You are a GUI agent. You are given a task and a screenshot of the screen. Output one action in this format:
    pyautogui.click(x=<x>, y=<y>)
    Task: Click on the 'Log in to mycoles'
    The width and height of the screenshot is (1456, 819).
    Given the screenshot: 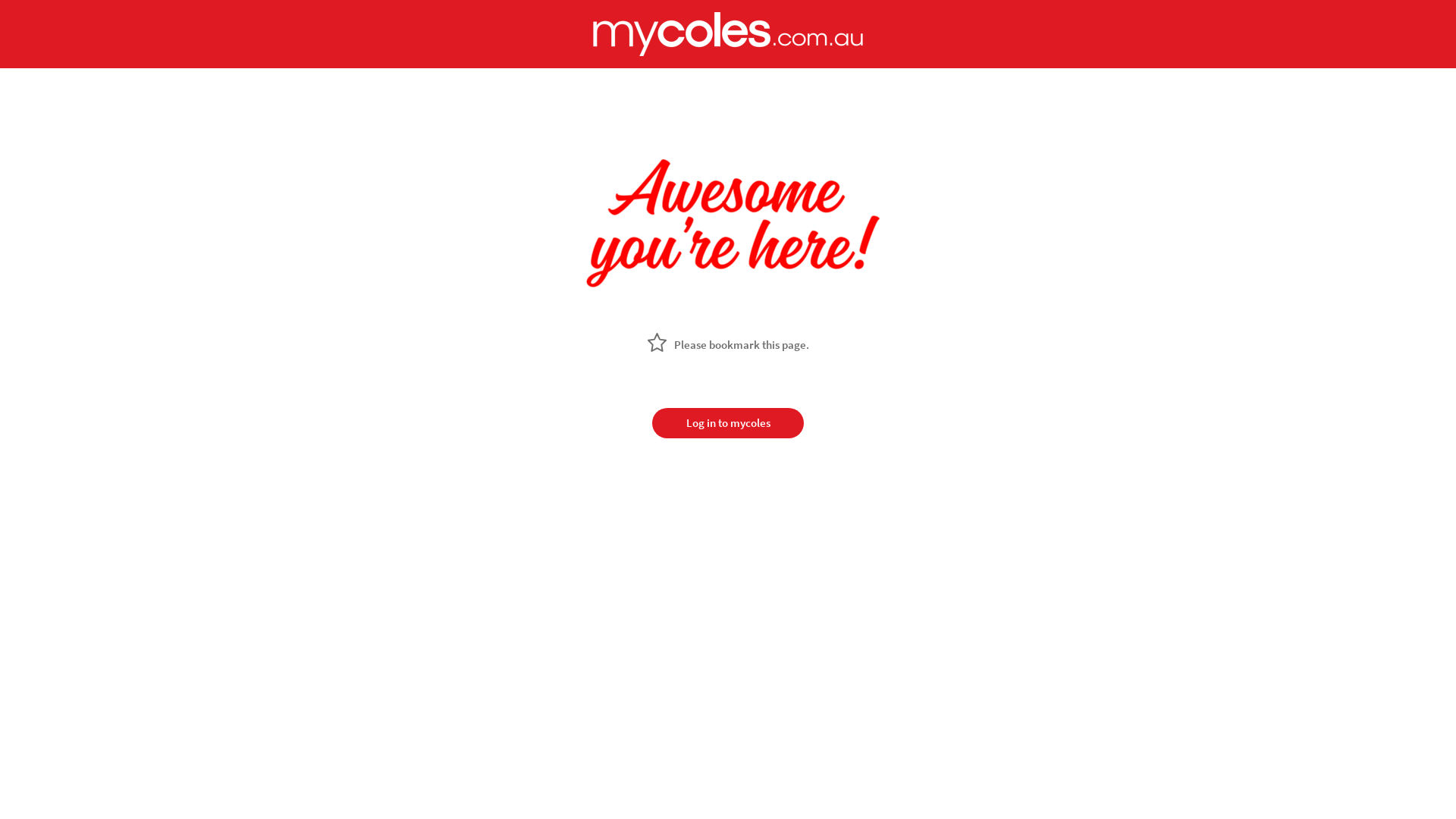 What is the action you would take?
    pyautogui.click(x=728, y=423)
    